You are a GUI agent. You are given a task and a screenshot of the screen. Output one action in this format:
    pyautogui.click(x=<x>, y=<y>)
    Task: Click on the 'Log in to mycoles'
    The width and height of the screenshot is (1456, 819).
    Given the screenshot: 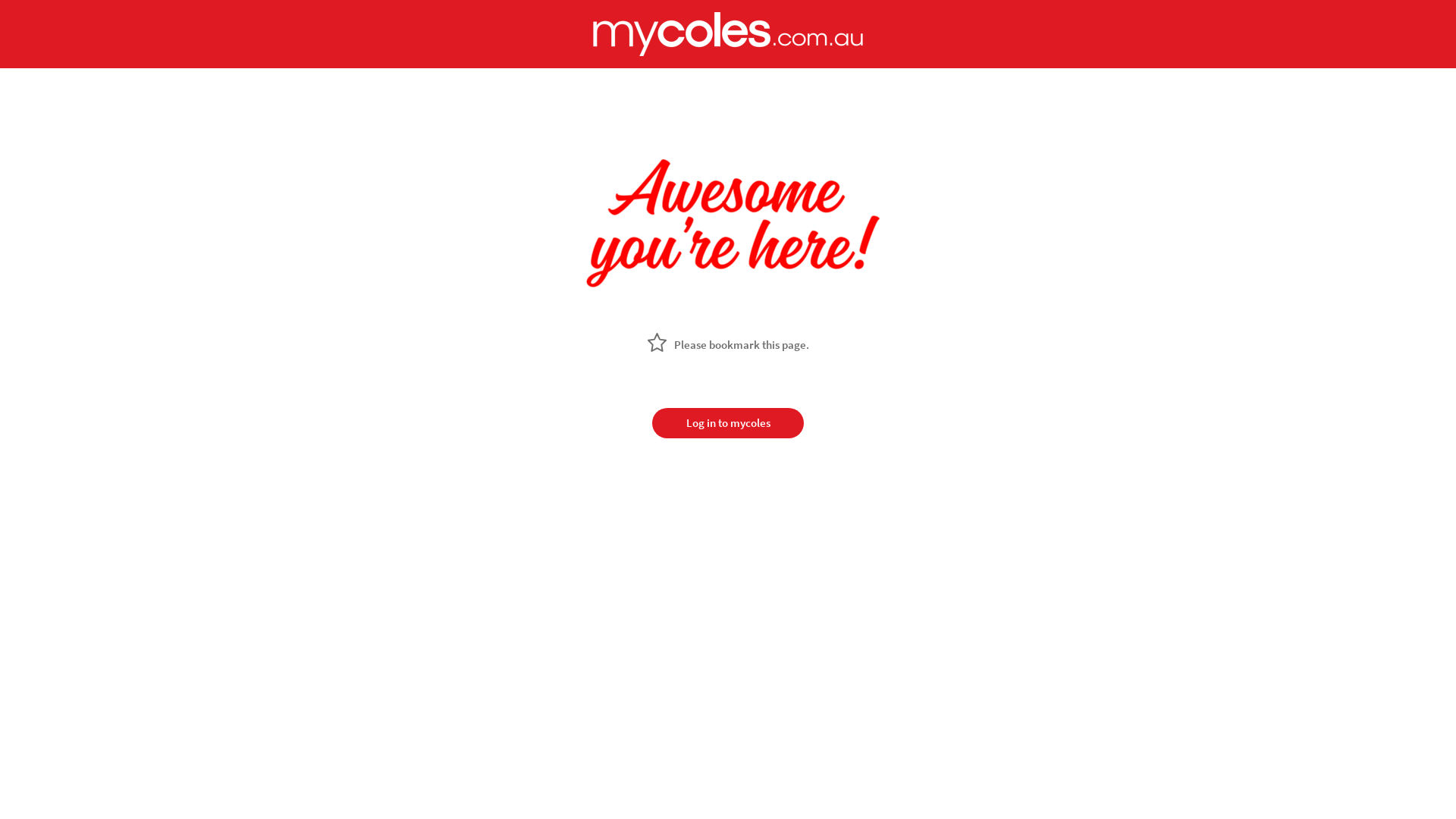 What is the action you would take?
    pyautogui.click(x=728, y=423)
    